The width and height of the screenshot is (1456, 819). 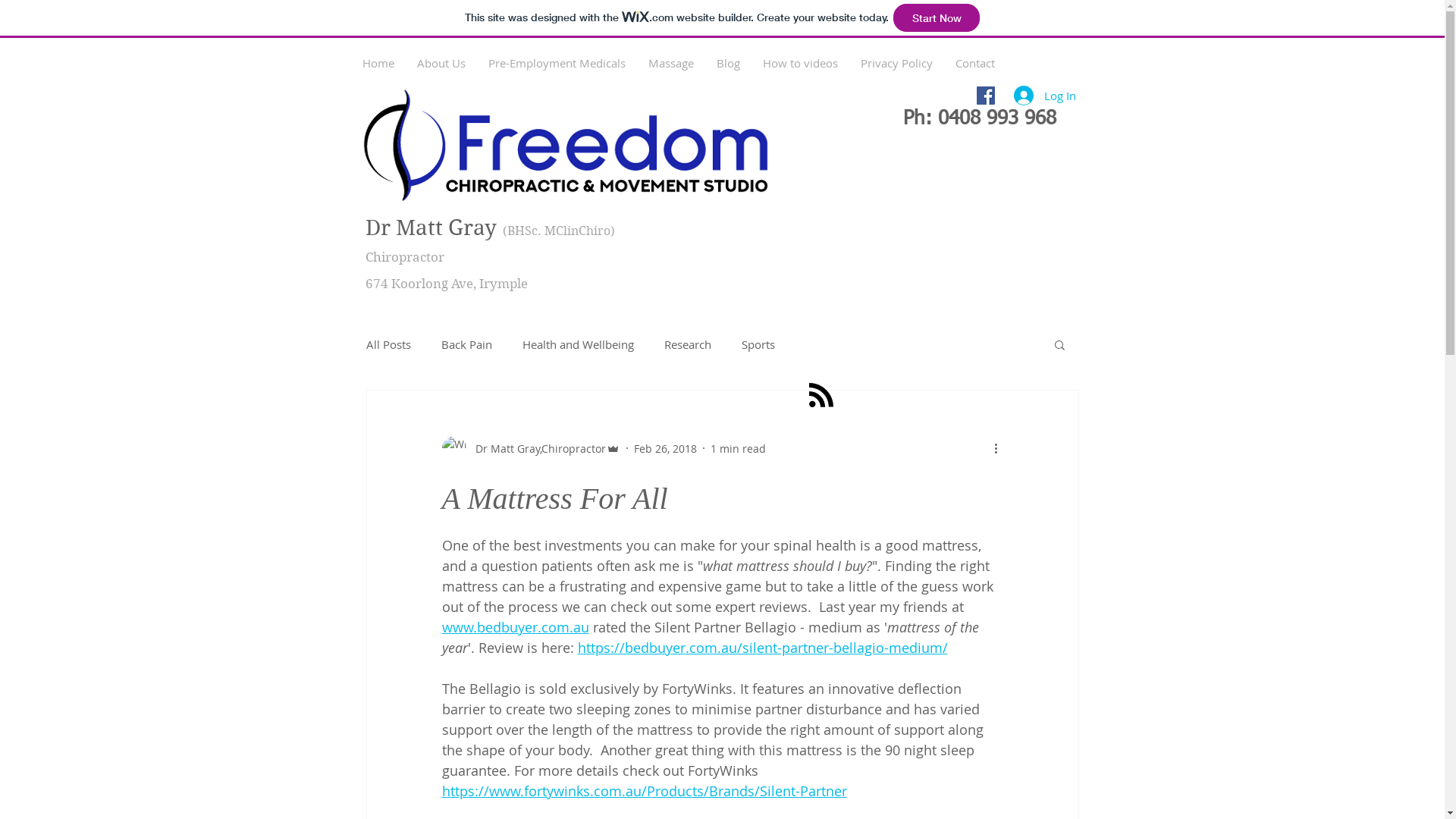 I want to click on 'Massage', so click(x=670, y=62).